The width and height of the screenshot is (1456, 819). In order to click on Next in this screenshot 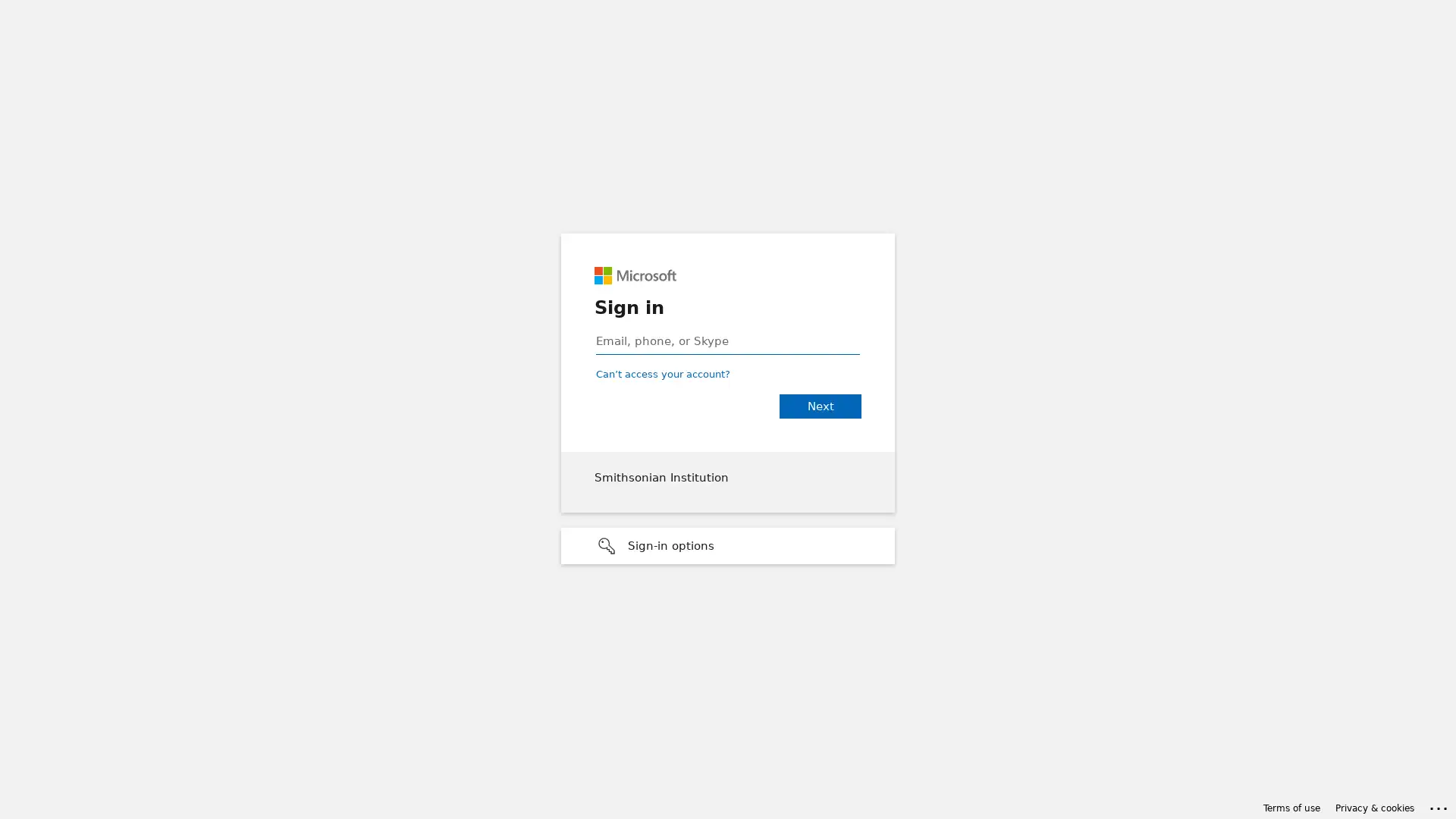, I will do `click(819, 406)`.